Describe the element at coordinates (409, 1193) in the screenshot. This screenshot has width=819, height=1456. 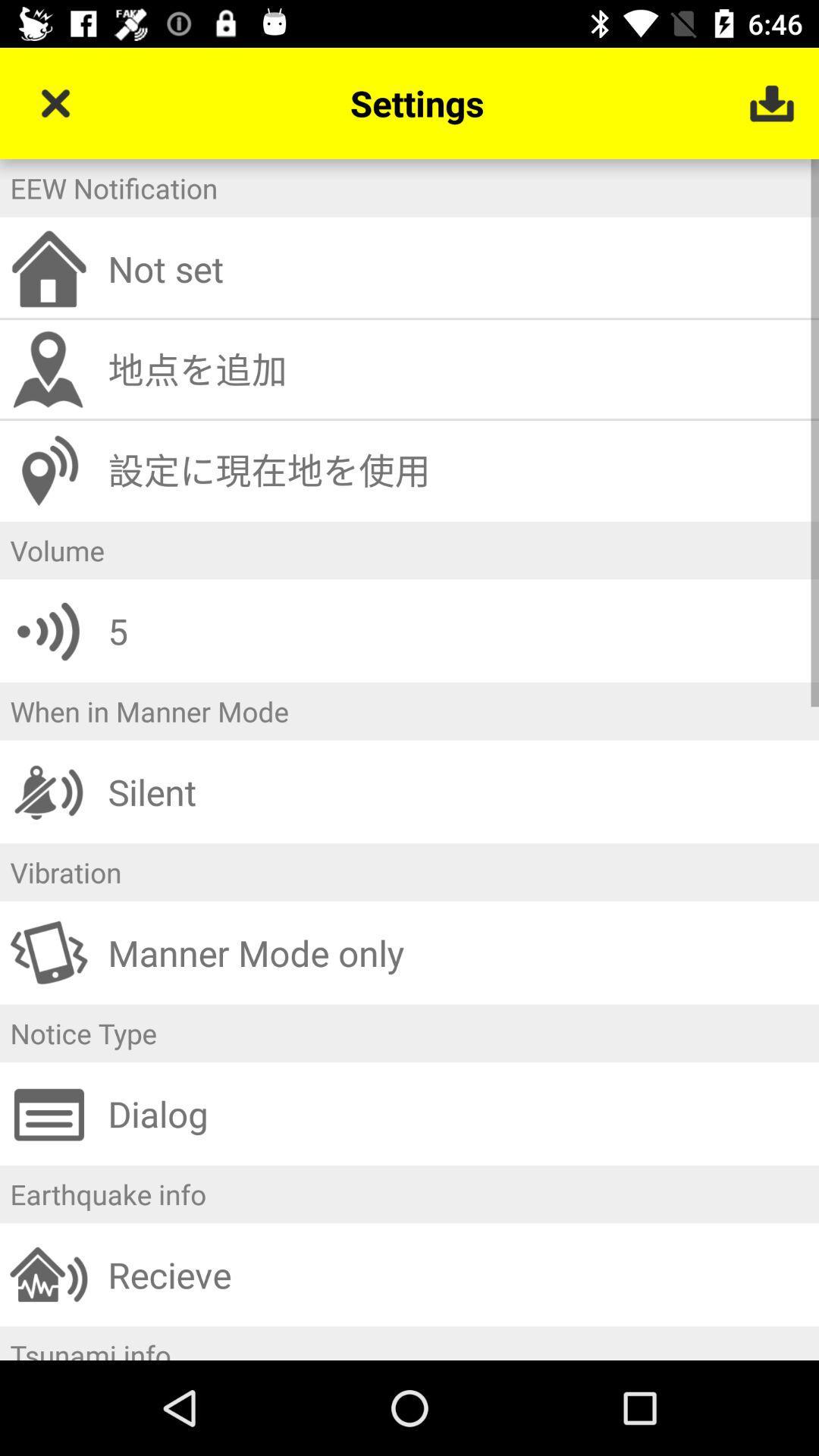
I see `the earthquake info item` at that location.